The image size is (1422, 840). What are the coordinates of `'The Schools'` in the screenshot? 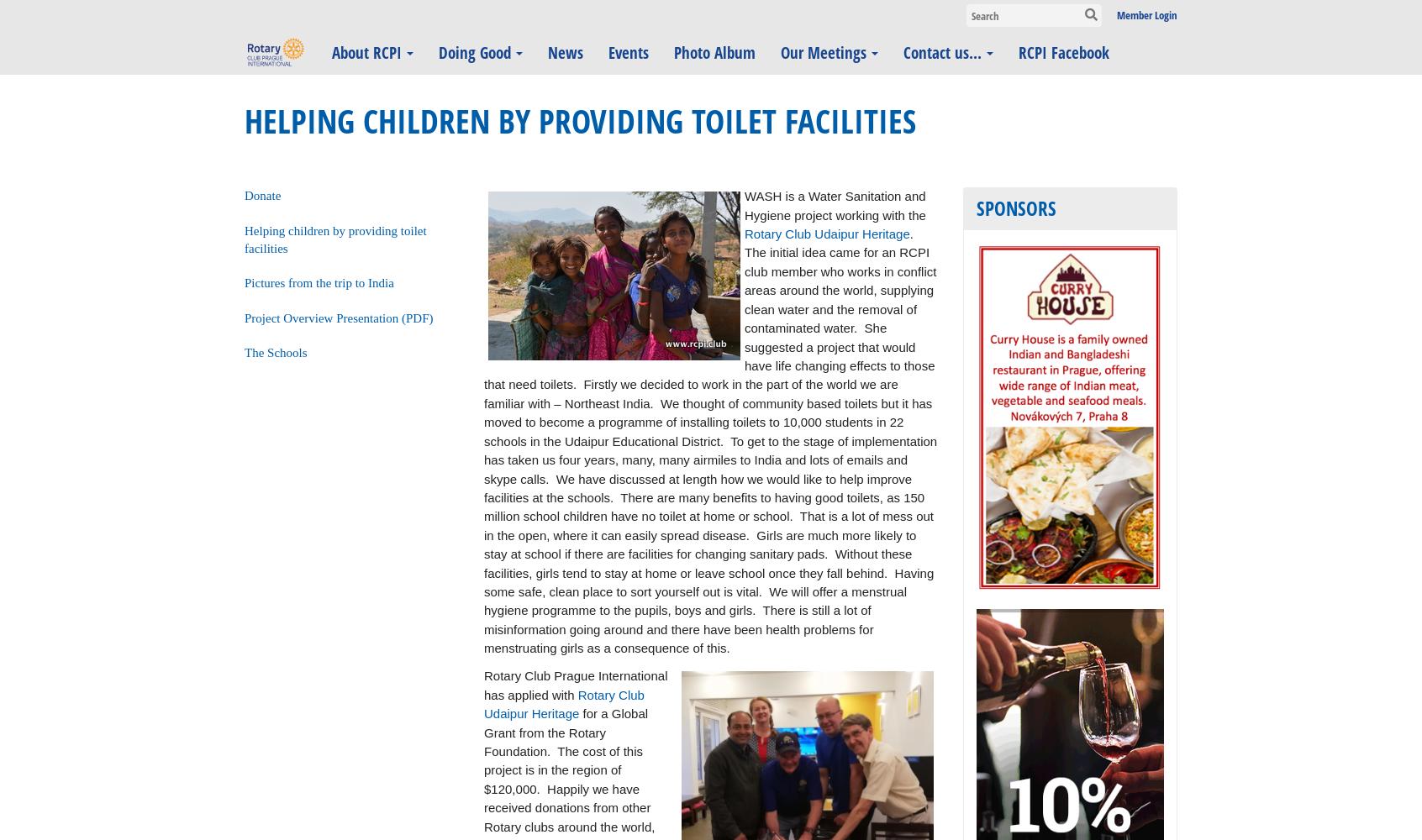 It's located at (244, 353).